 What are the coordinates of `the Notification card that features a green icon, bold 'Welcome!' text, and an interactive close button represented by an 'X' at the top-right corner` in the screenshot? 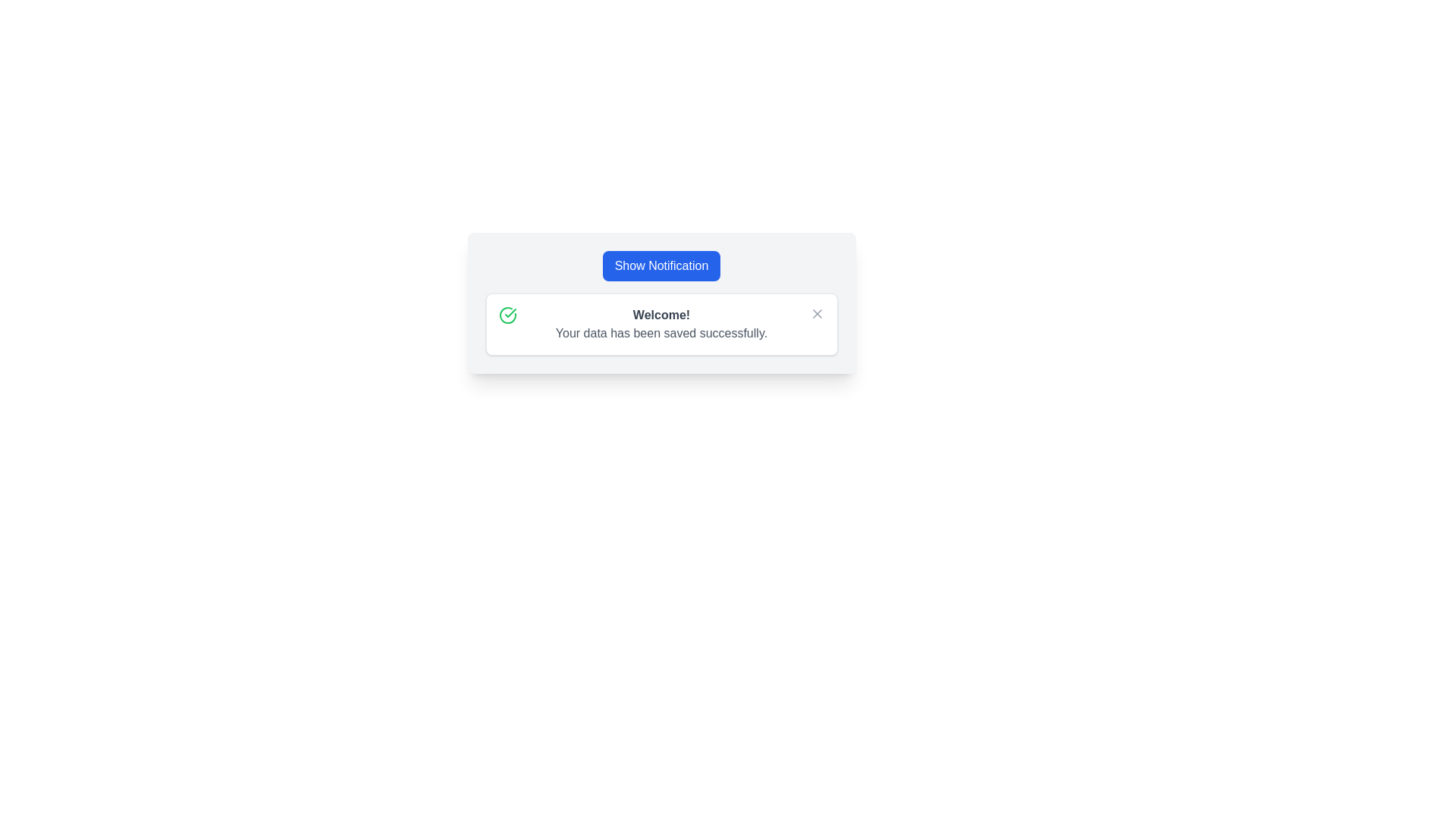 It's located at (661, 324).